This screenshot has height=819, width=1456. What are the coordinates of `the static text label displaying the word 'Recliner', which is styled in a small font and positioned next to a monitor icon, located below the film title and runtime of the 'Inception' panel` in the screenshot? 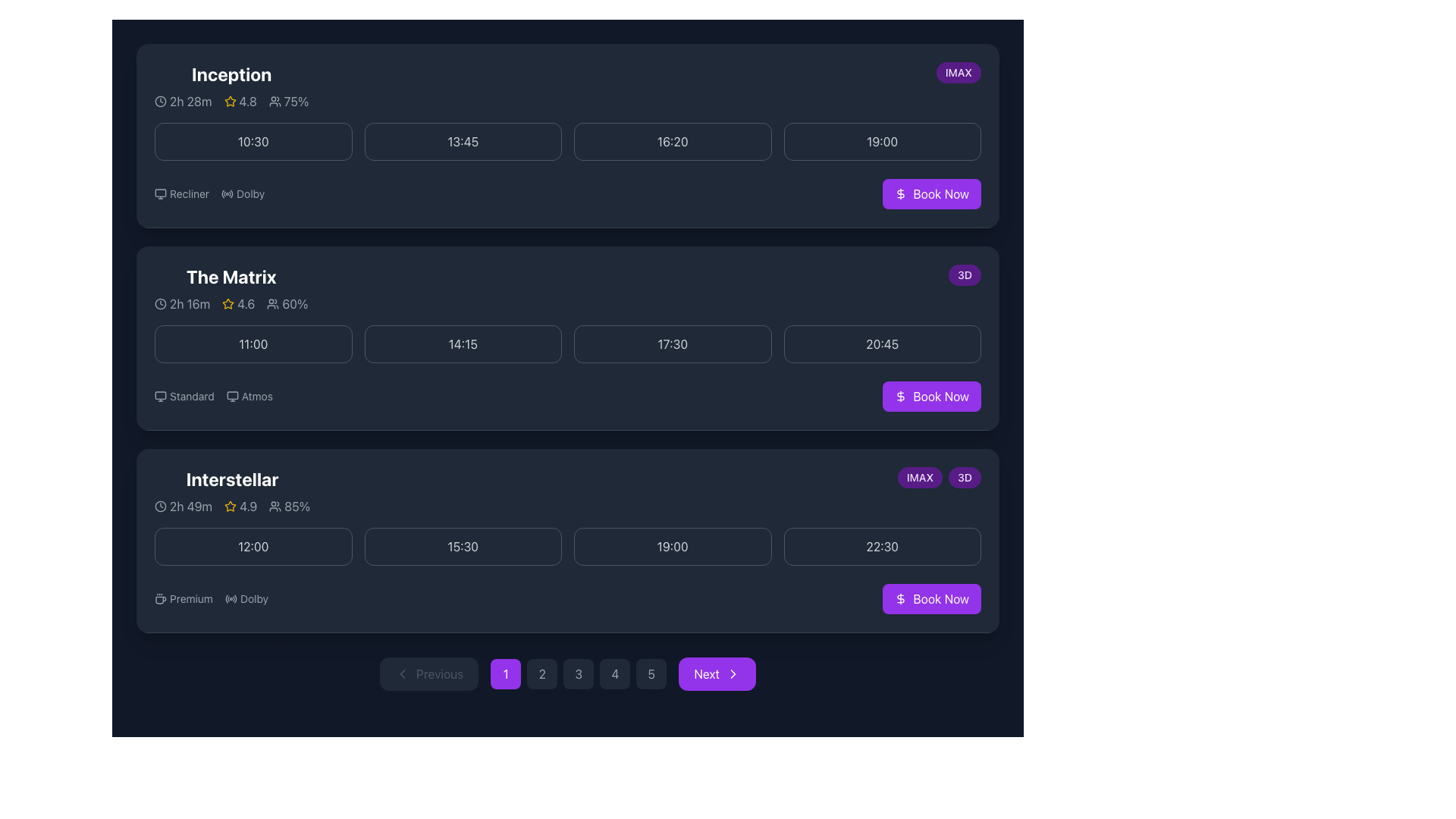 It's located at (188, 193).